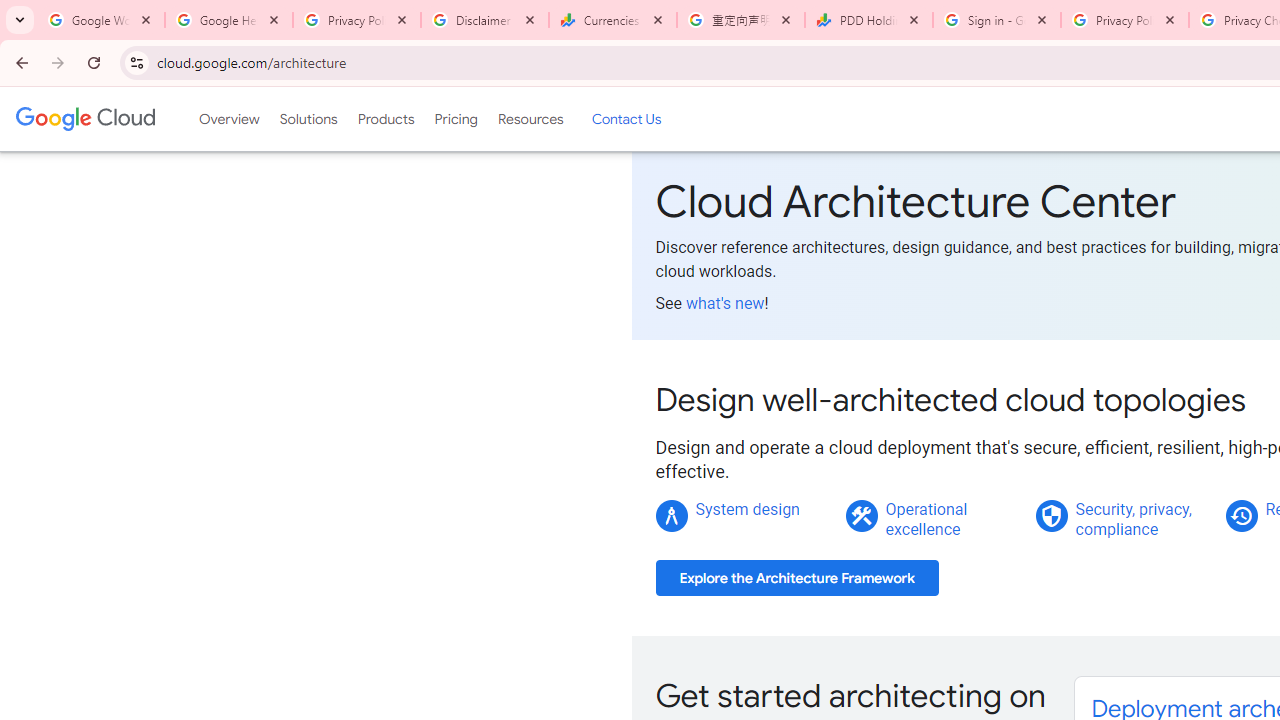 The height and width of the screenshot is (720, 1280). I want to click on 'Sign in - Google Accounts', so click(997, 20).